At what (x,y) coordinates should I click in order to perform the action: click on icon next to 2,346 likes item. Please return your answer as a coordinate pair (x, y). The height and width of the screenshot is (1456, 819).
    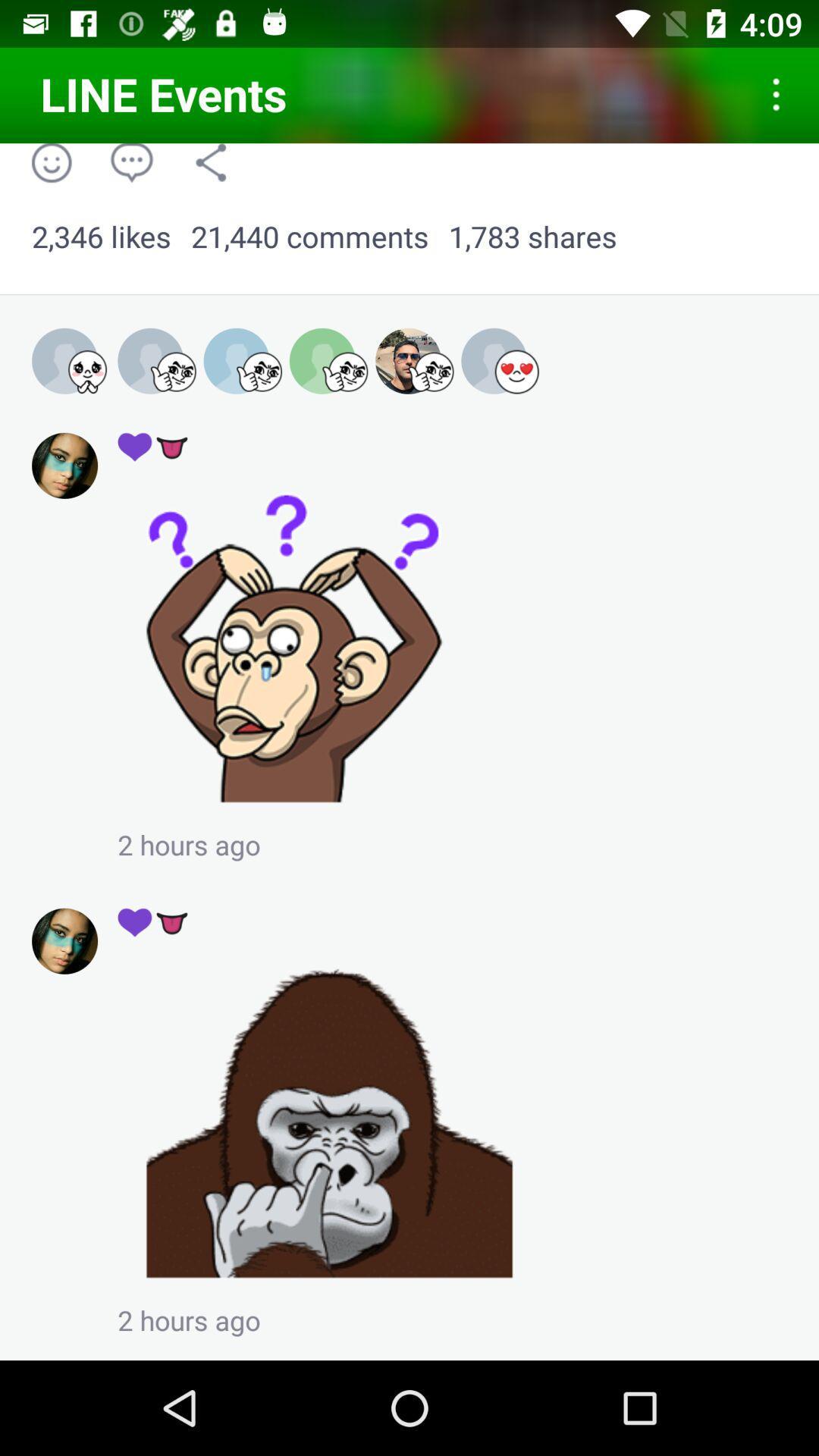
    Looking at the image, I should click on (309, 237).